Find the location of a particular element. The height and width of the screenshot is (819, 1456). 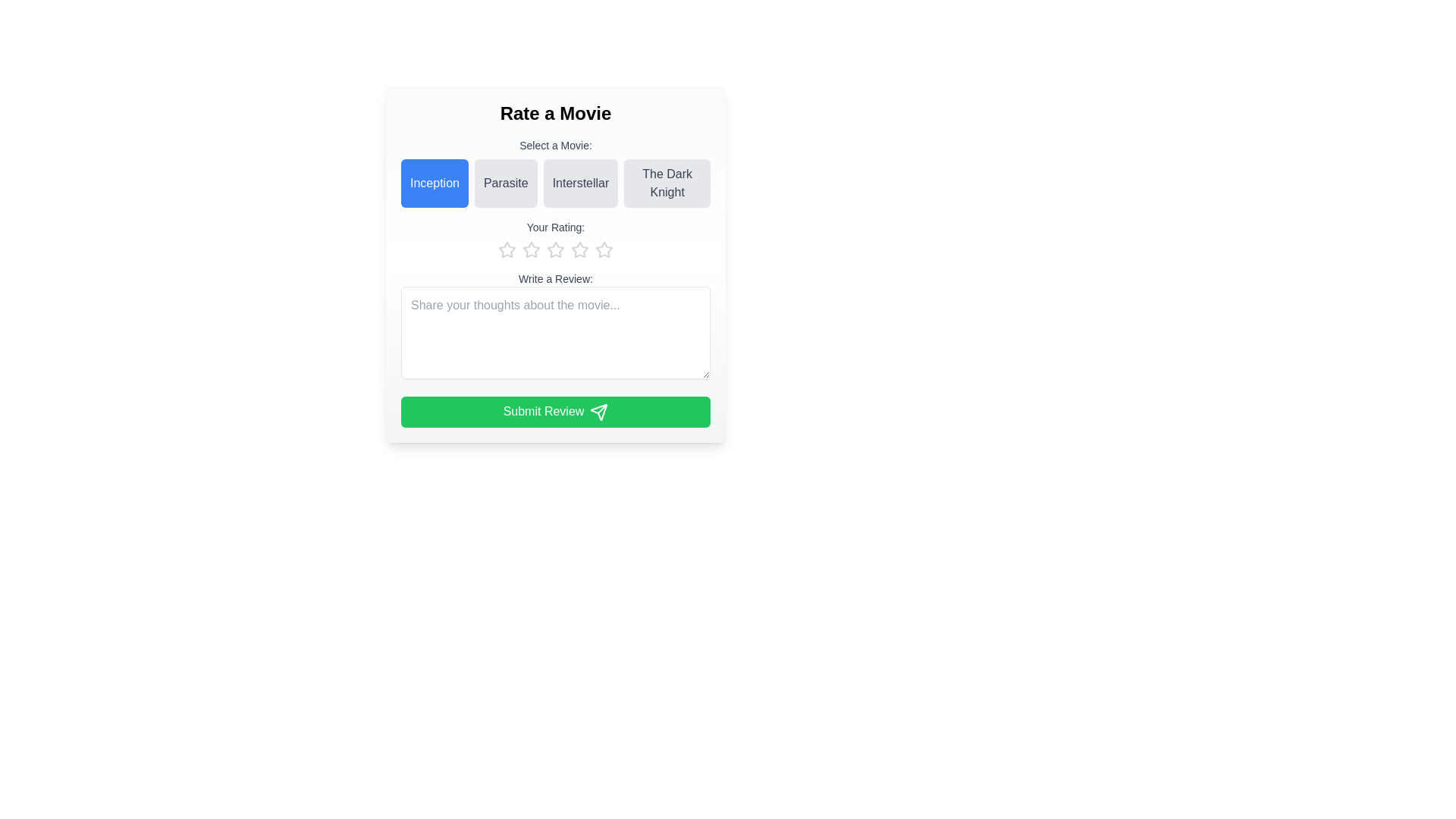

the fourth star icon from the left in the row of rating stars, located below the 'Your Rating' label is located at coordinates (579, 249).